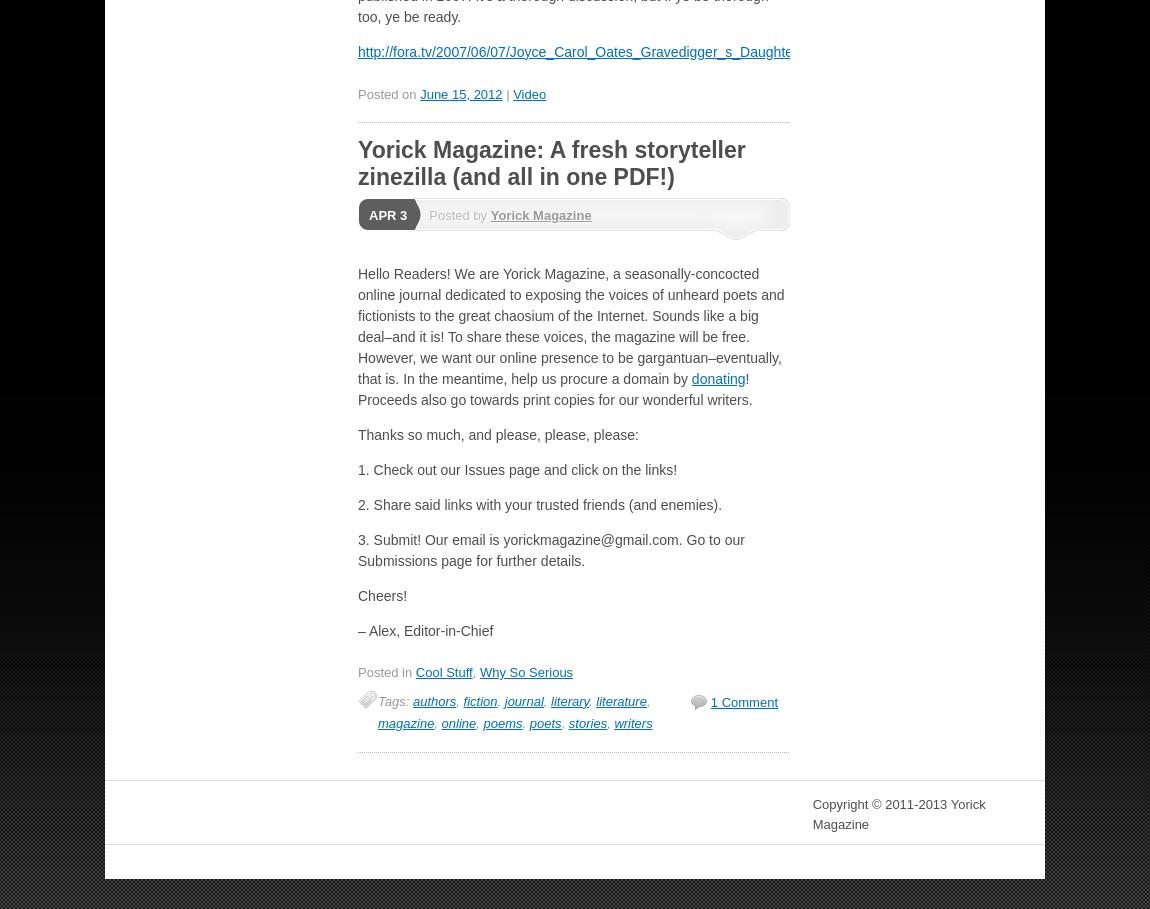 Image resolution: width=1150 pixels, height=909 pixels. What do you see at coordinates (478, 672) in the screenshot?
I see `'Why So Serious'` at bounding box center [478, 672].